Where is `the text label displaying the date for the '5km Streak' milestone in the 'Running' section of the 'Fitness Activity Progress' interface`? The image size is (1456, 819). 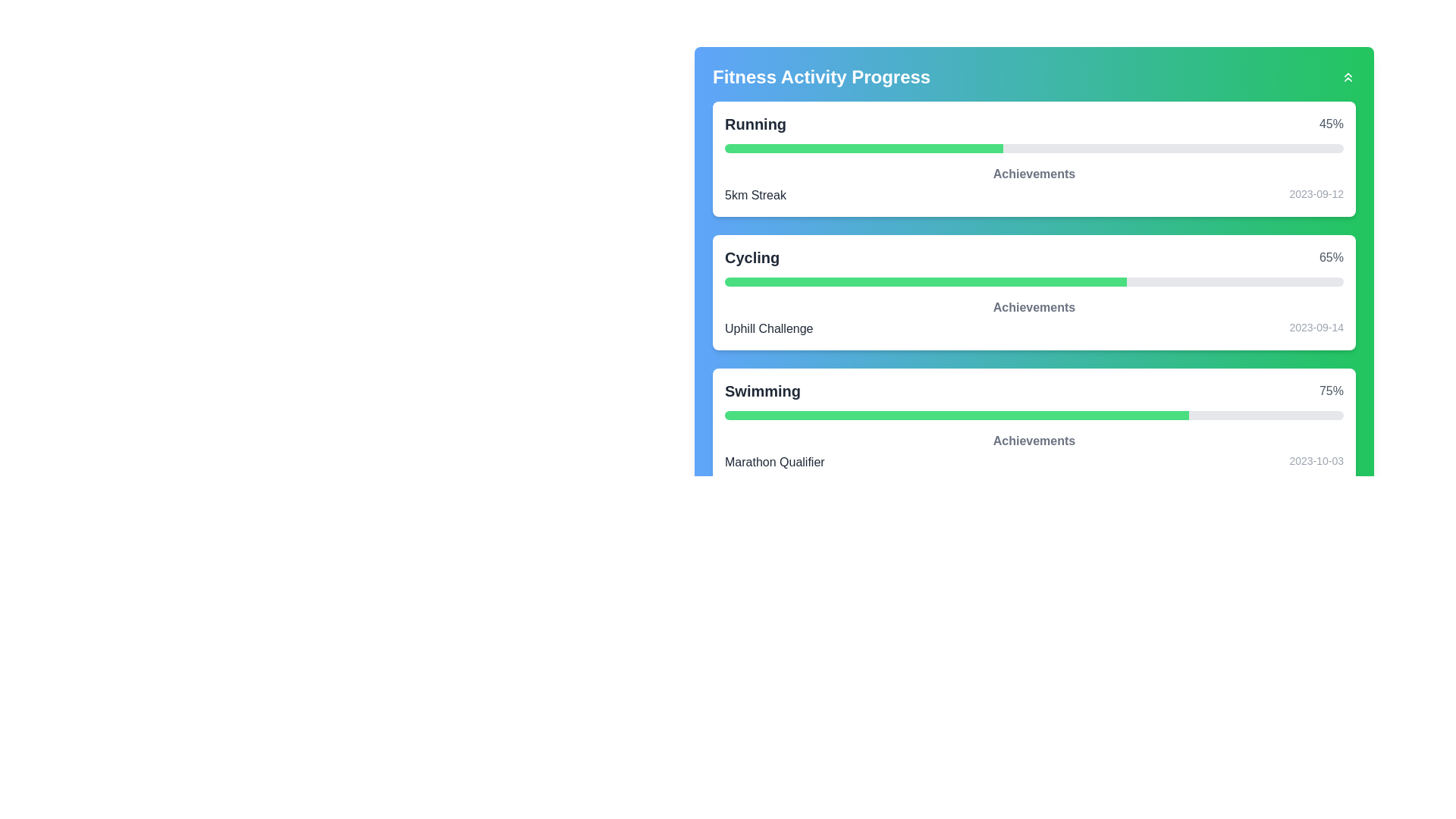
the text label displaying the date for the '5km Streak' milestone in the 'Running' section of the 'Fitness Activity Progress' interface is located at coordinates (1316, 195).